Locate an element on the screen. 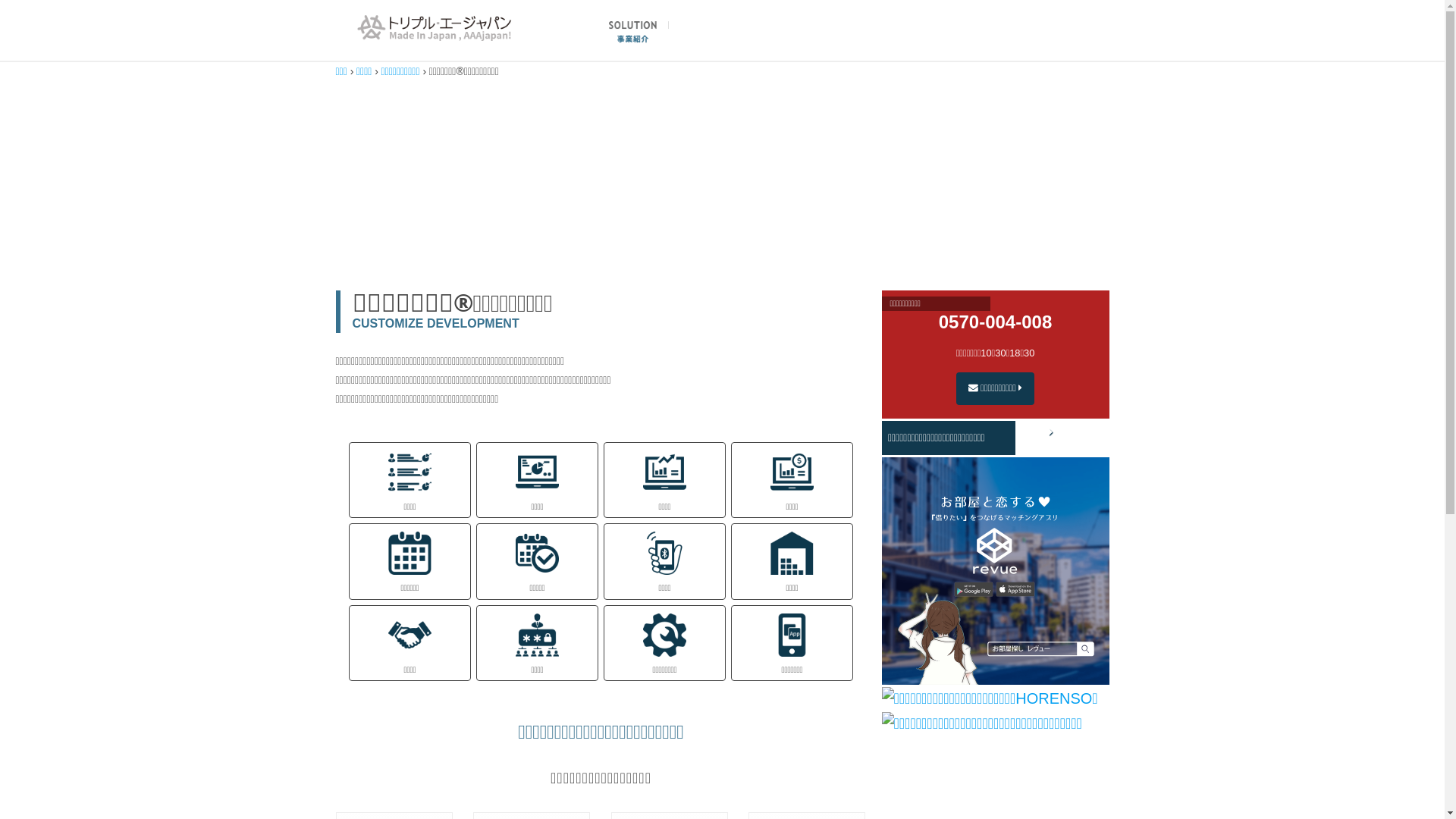  '0570-004-008' is located at coordinates (994, 321).